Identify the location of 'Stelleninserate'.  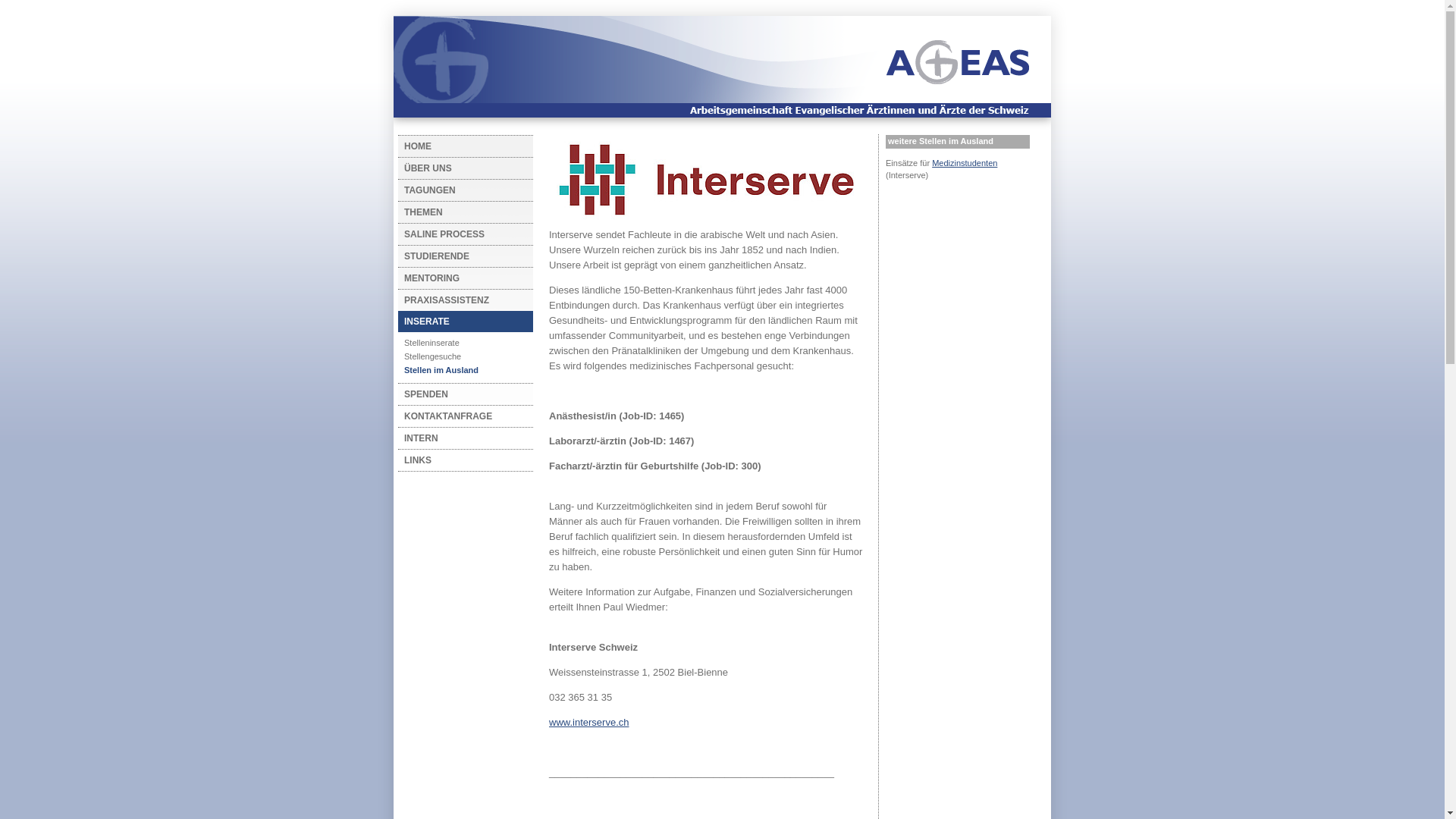
(460, 342).